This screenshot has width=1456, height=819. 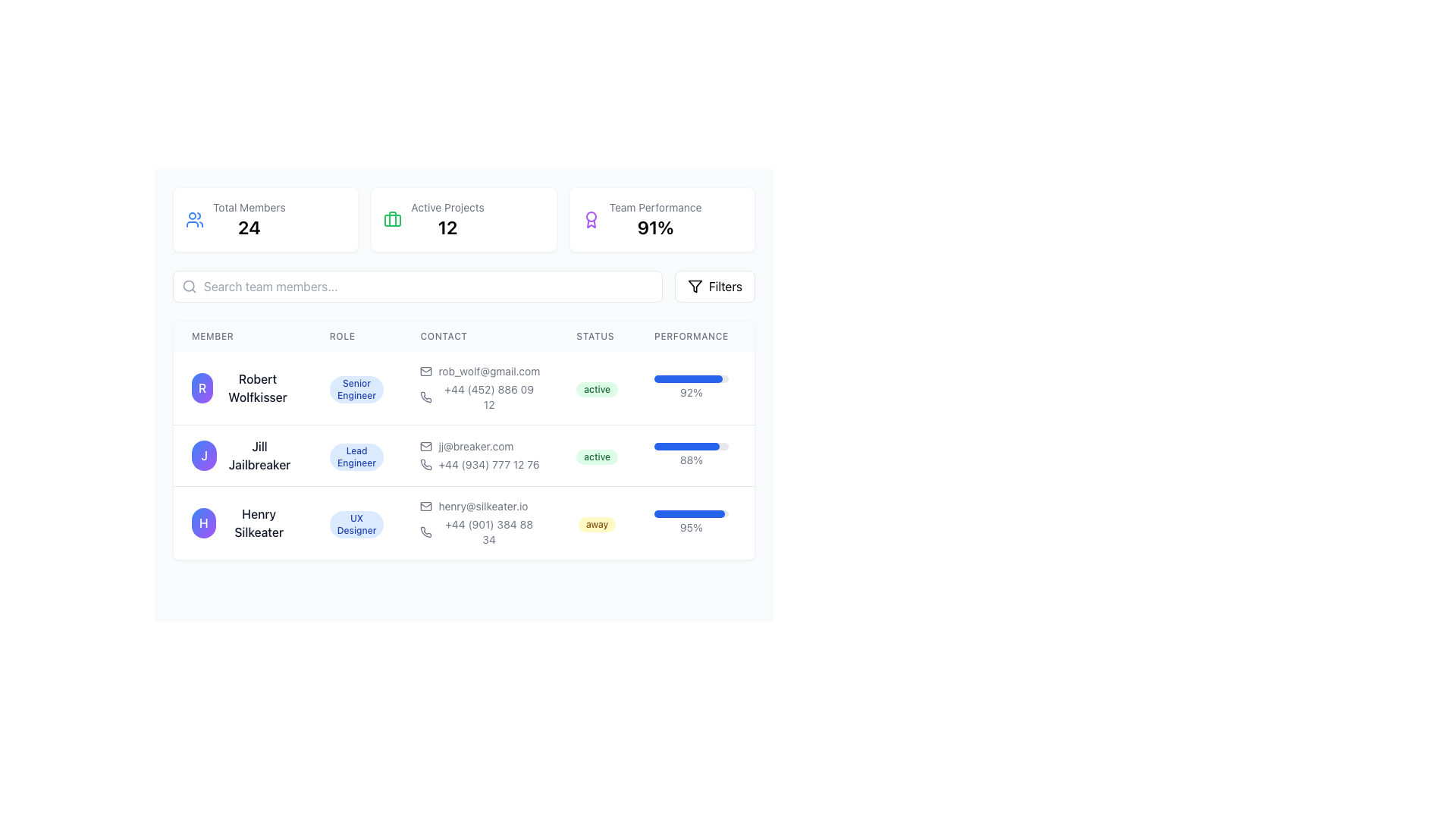 What do you see at coordinates (356, 522) in the screenshot?
I see `the label indicating the role of 'Henry Silkeater' in the organizational structure, located under the 'Role' column in the third row of the list` at bounding box center [356, 522].